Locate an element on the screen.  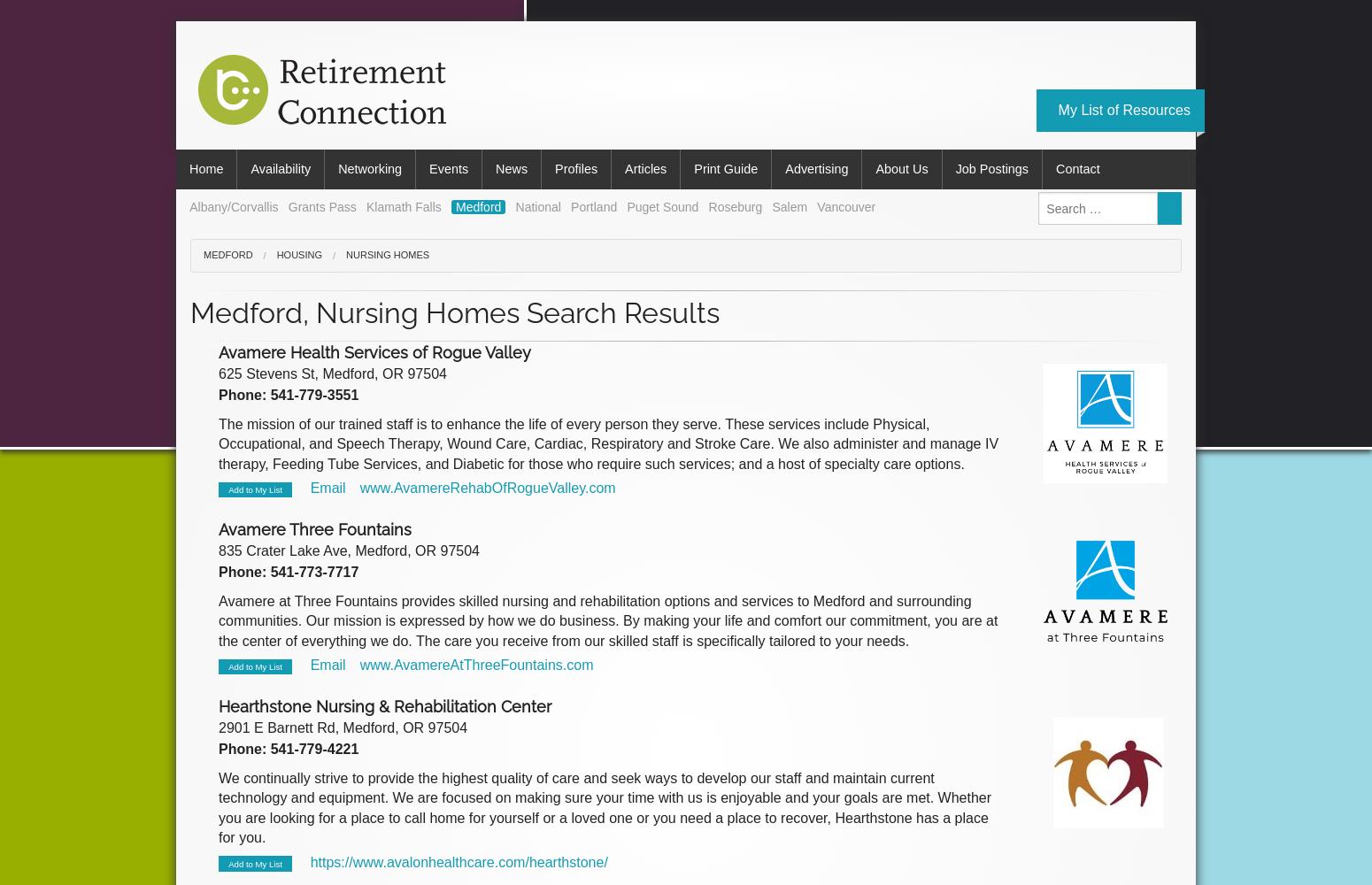
'Phone: 541-779-3551' is located at coordinates (287, 394).